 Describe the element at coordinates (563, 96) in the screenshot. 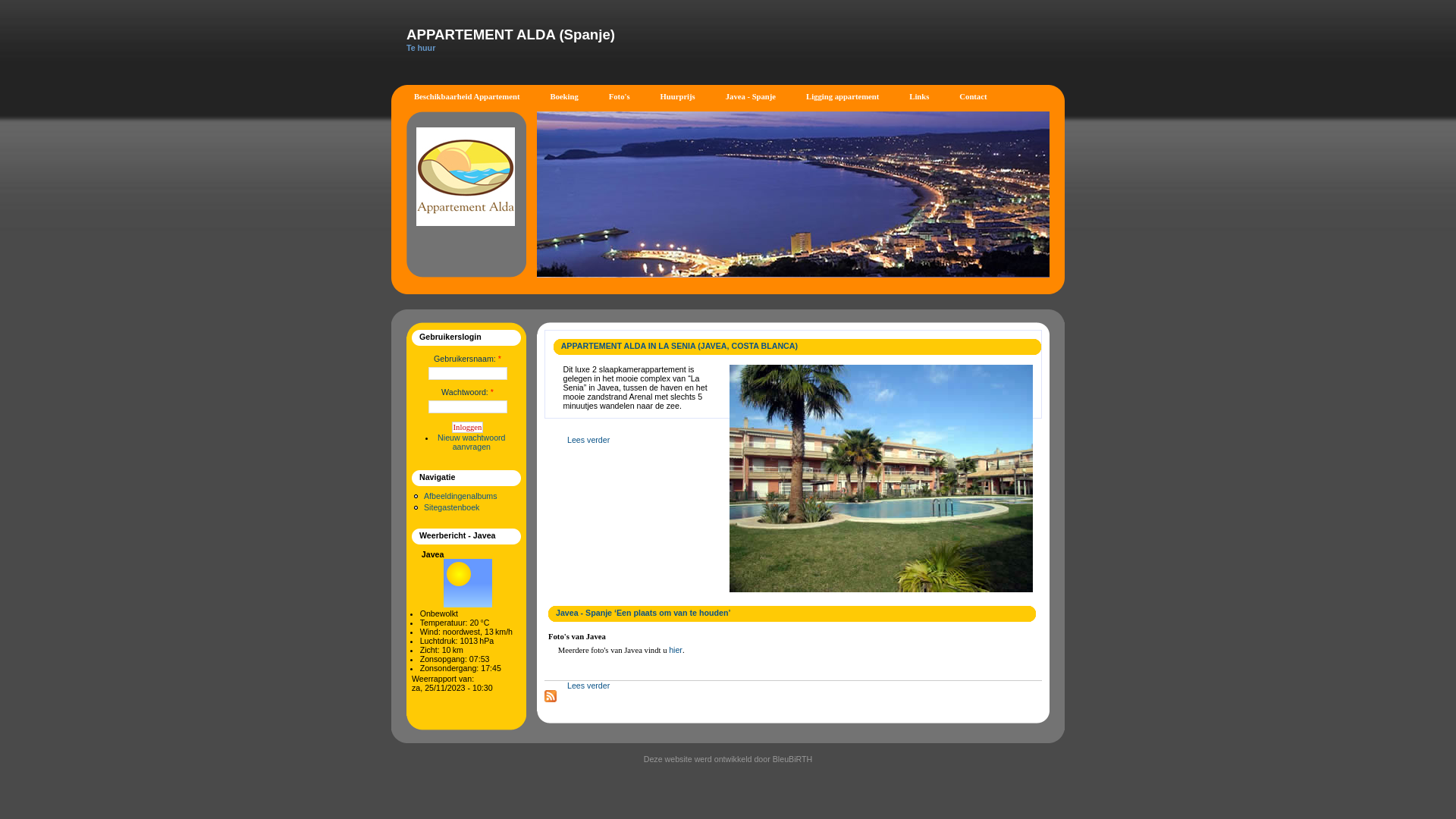

I see `'Boeking'` at that location.